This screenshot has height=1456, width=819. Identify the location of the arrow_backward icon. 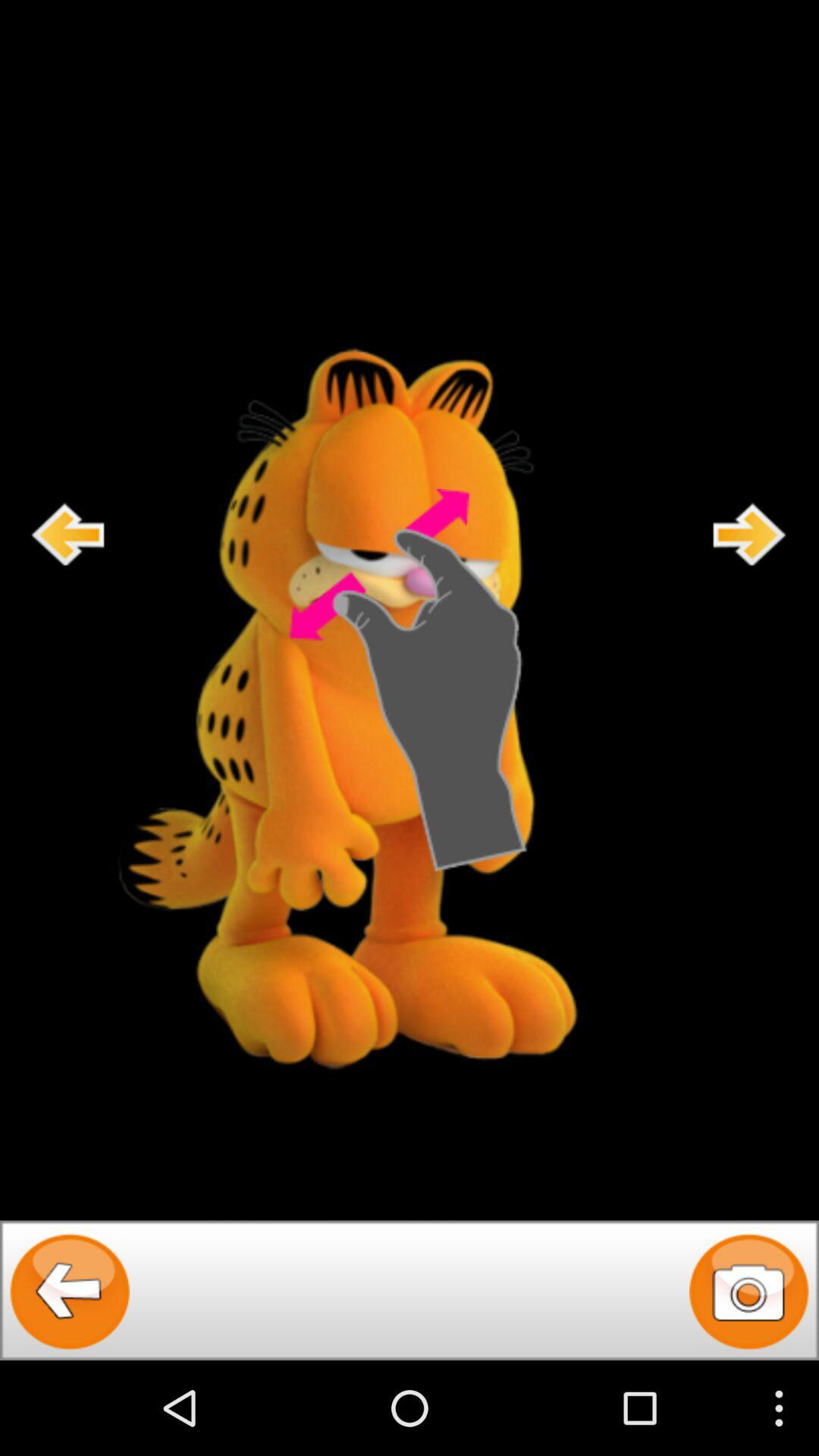
(70, 1381).